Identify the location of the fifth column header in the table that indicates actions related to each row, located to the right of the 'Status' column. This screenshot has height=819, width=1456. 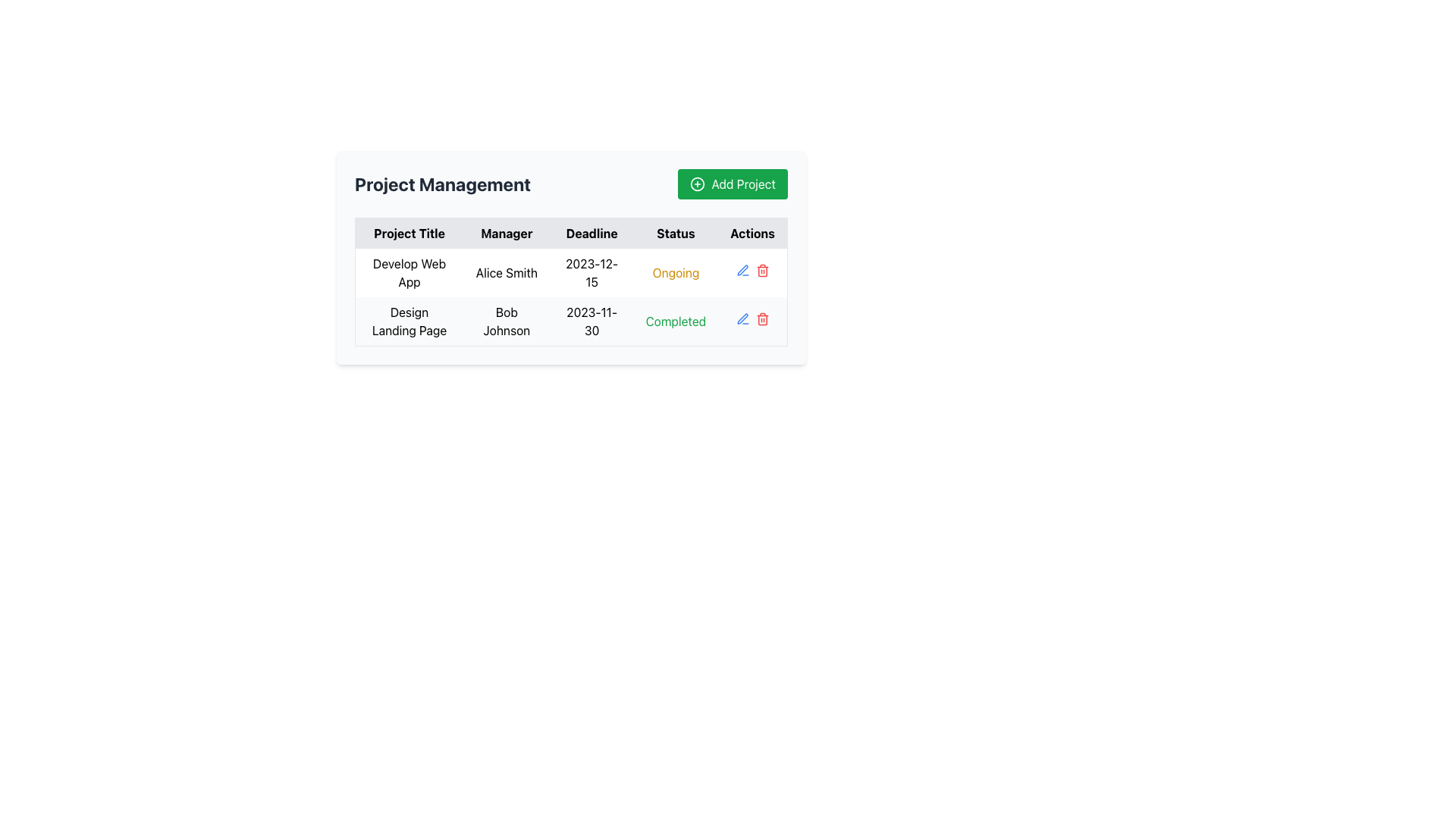
(752, 233).